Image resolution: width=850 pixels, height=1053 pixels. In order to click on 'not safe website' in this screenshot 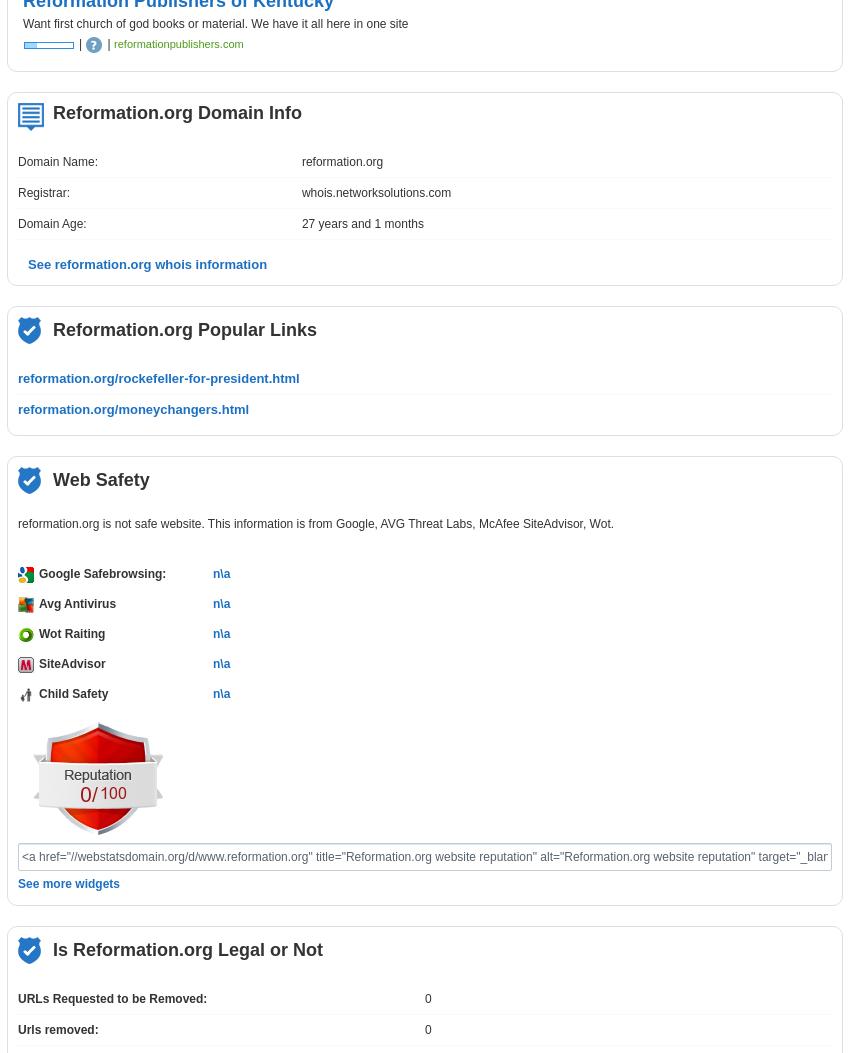, I will do `click(157, 523)`.